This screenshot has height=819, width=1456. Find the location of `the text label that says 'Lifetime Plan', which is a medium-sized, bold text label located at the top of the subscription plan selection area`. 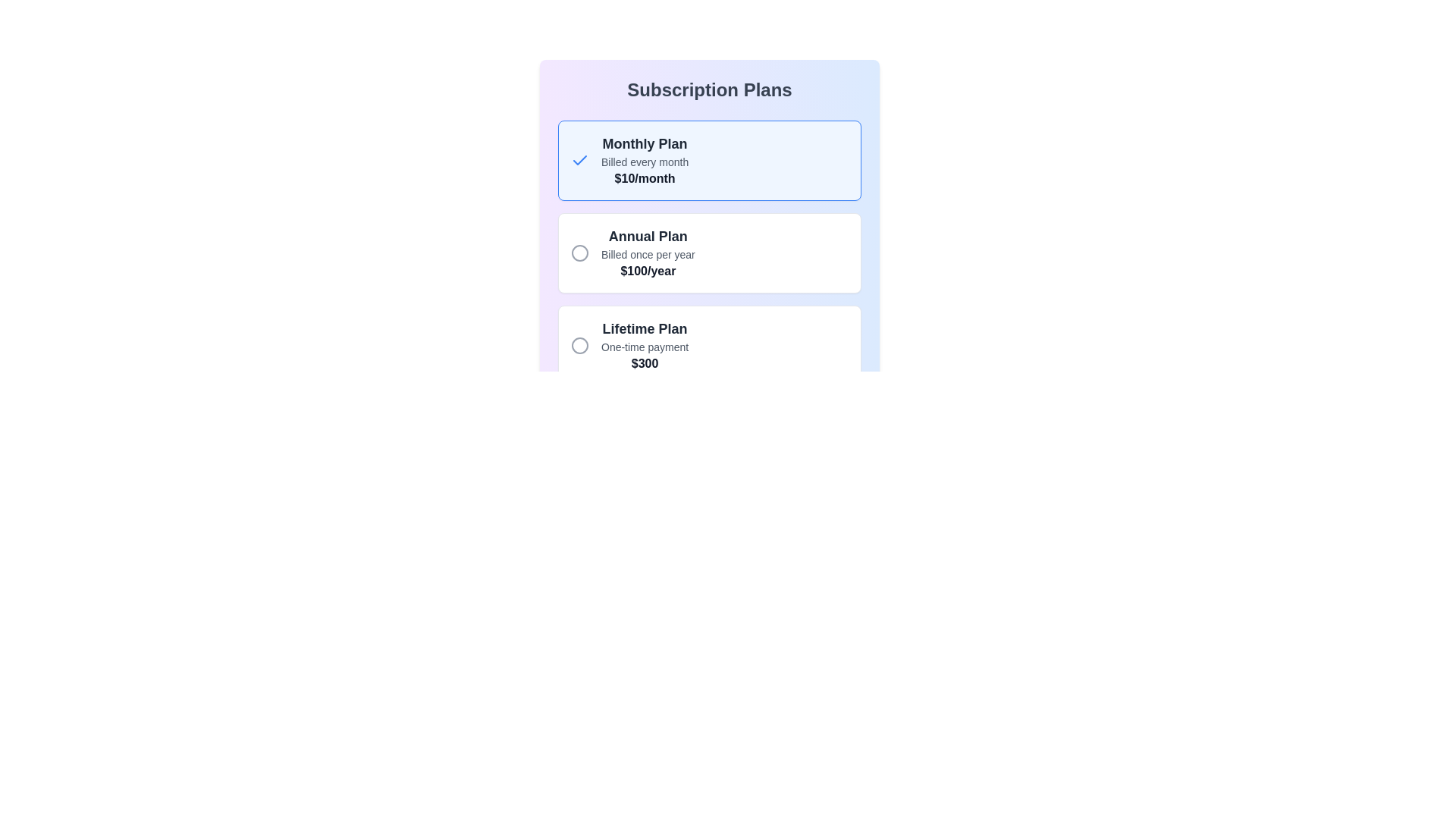

the text label that says 'Lifetime Plan', which is a medium-sized, bold text label located at the top of the subscription plan selection area is located at coordinates (645, 328).